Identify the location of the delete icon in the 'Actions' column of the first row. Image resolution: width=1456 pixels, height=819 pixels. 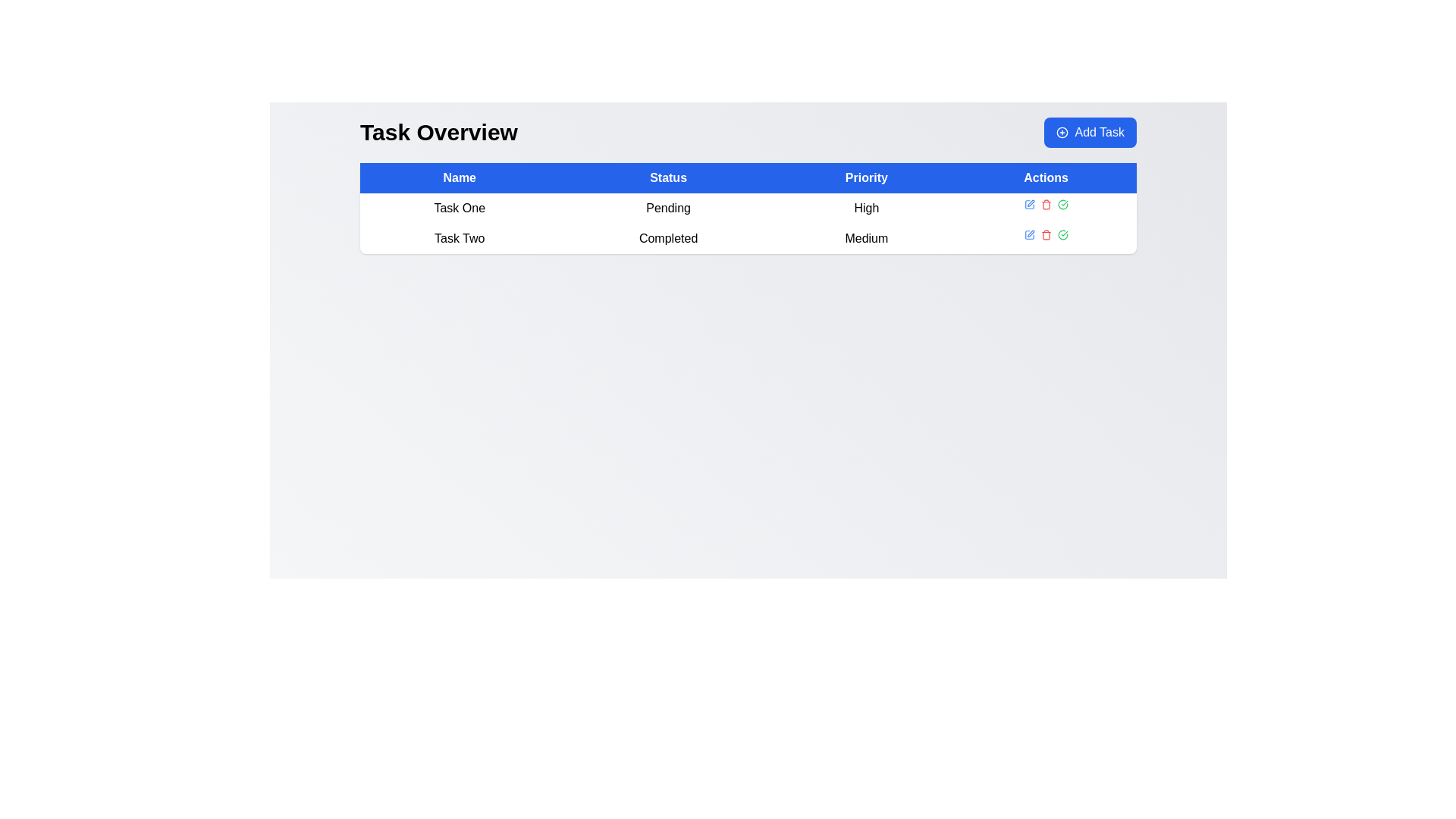
(1045, 205).